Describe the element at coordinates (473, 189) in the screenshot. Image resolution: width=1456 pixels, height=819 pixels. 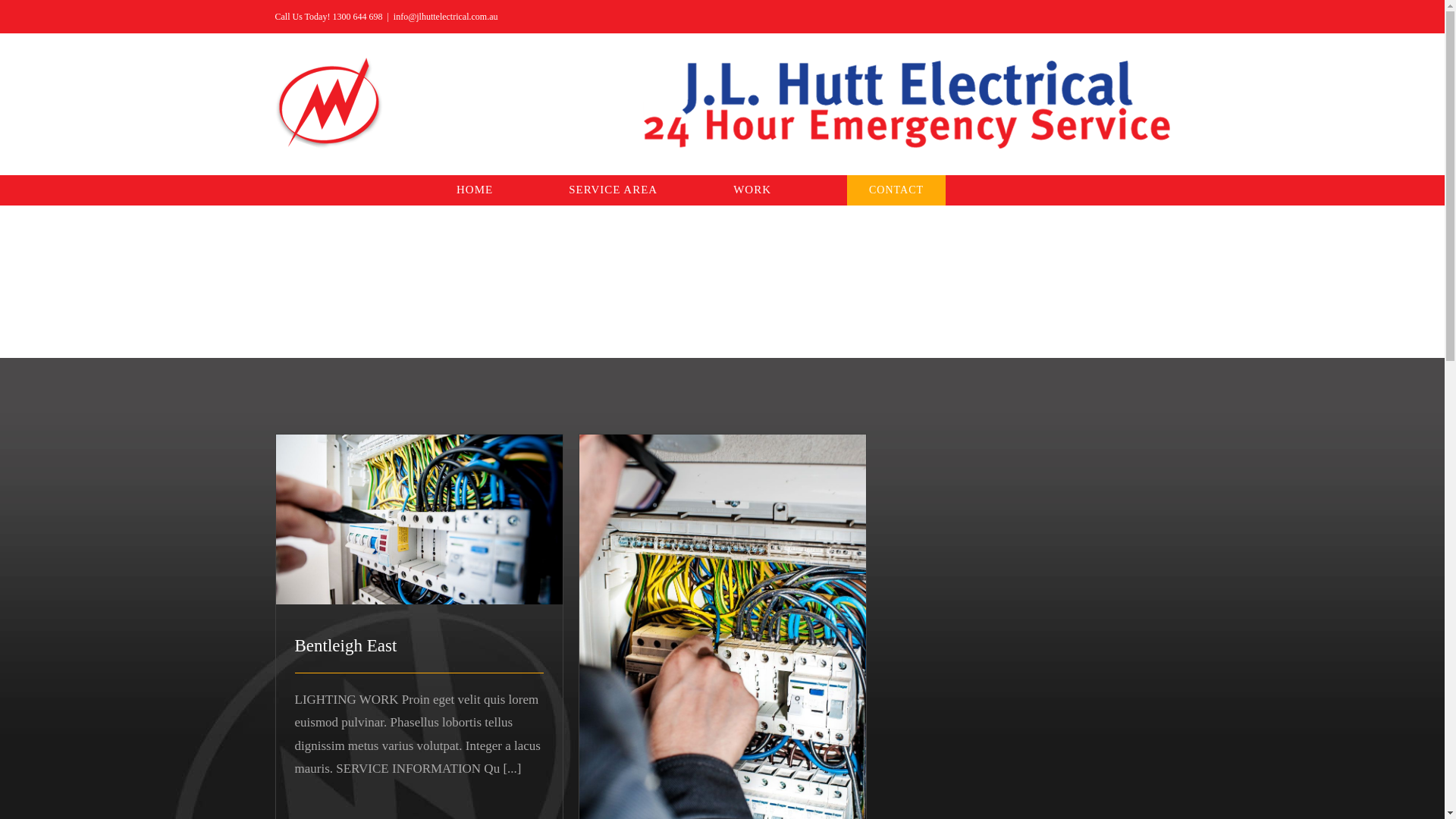
I see `'HOME'` at that location.